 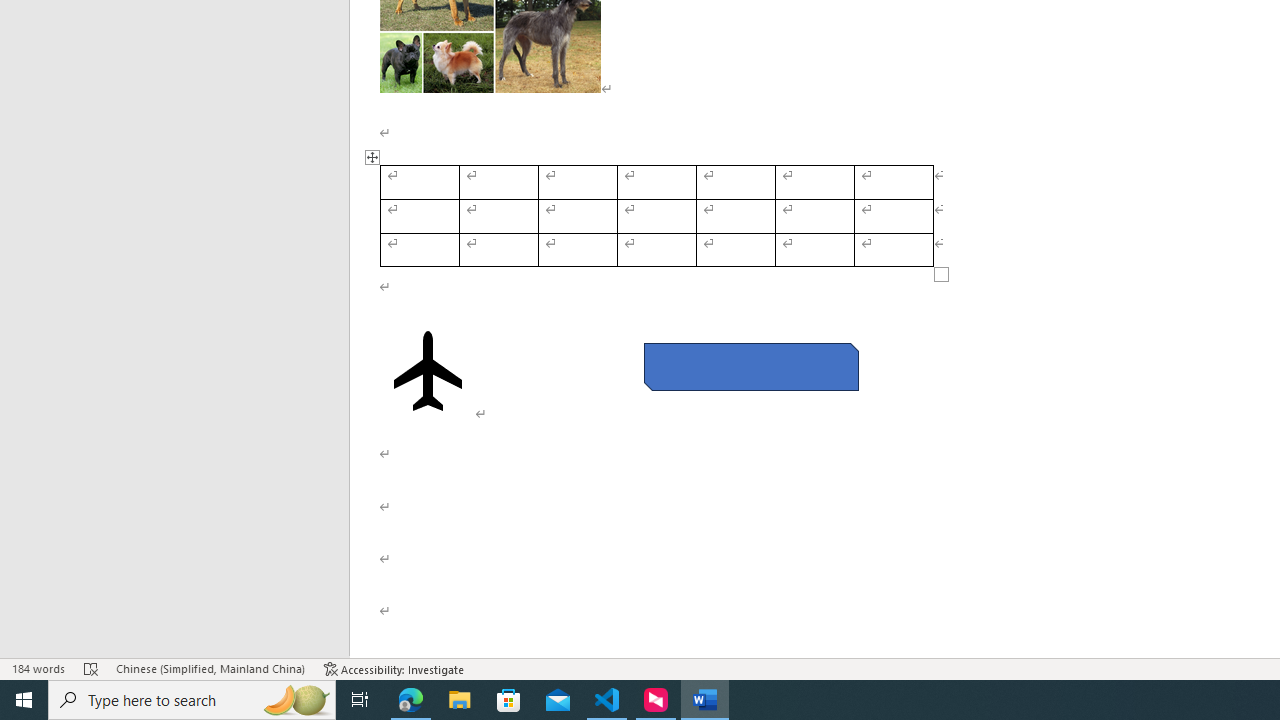 I want to click on 'Word Count 184 words', so click(x=38, y=669).